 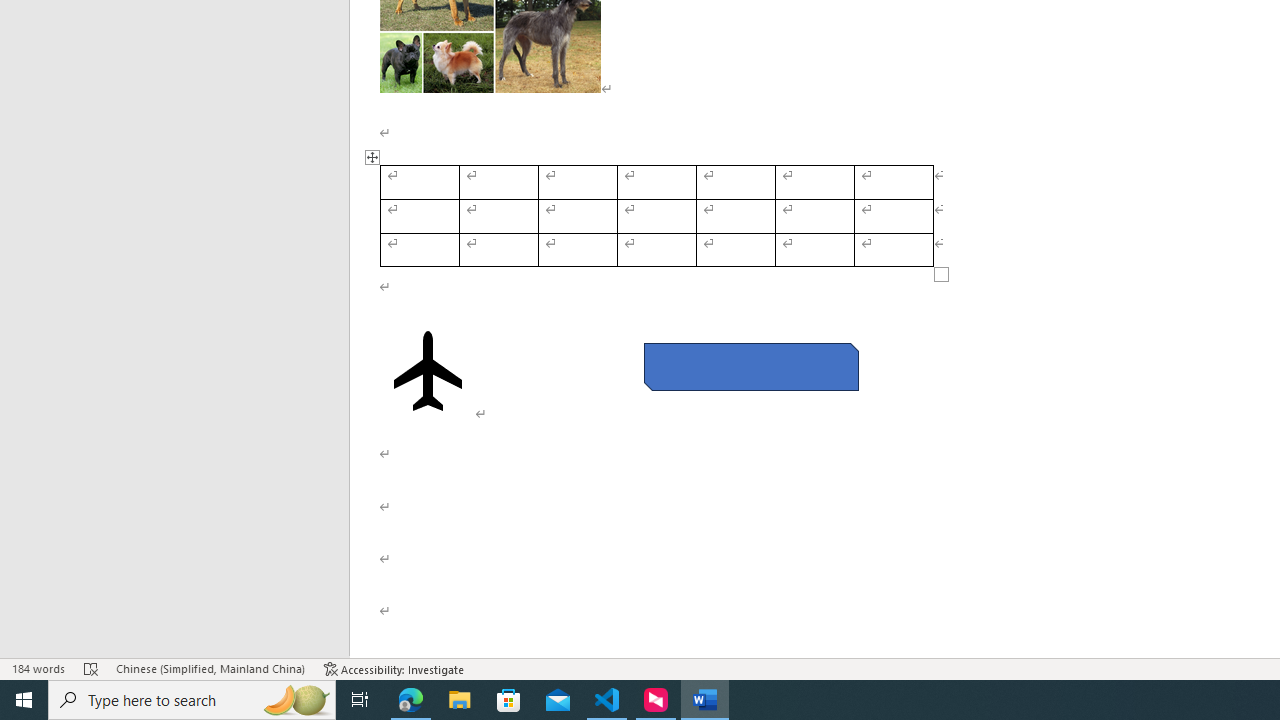 I want to click on 'Word Count 184 words', so click(x=38, y=669).